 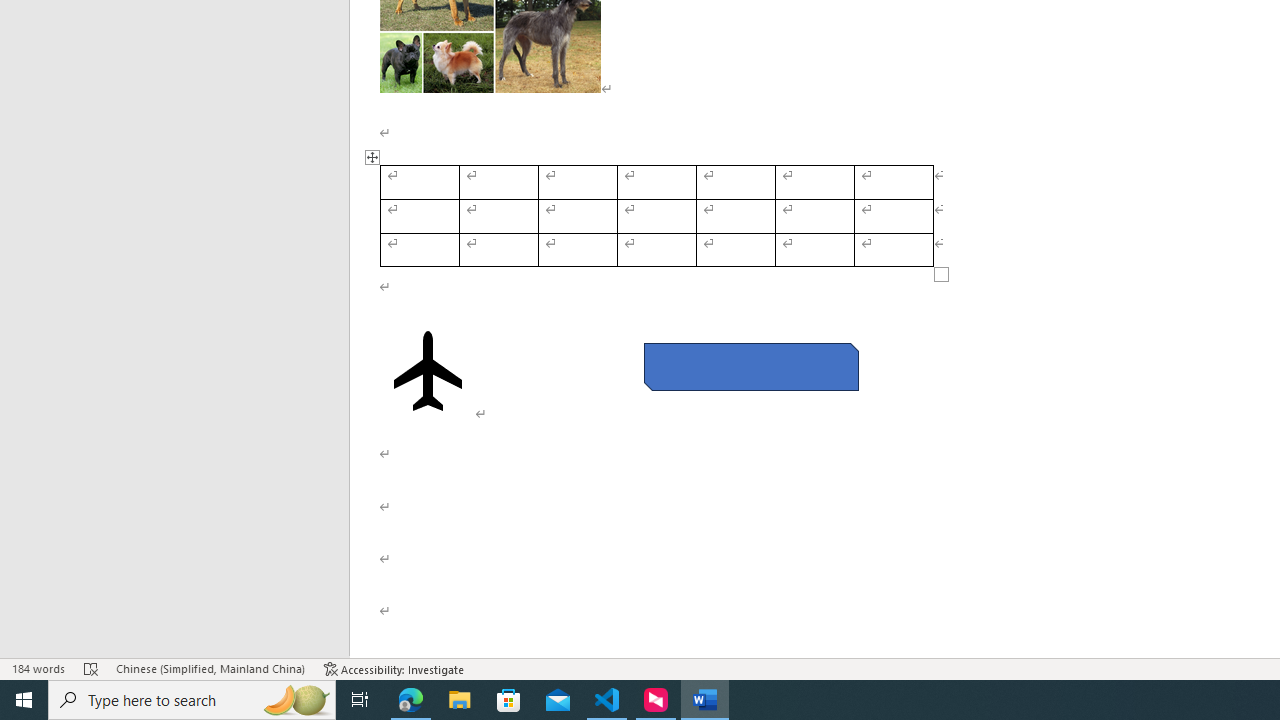 I want to click on 'Word Count 184 words', so click(x=38, y=669).